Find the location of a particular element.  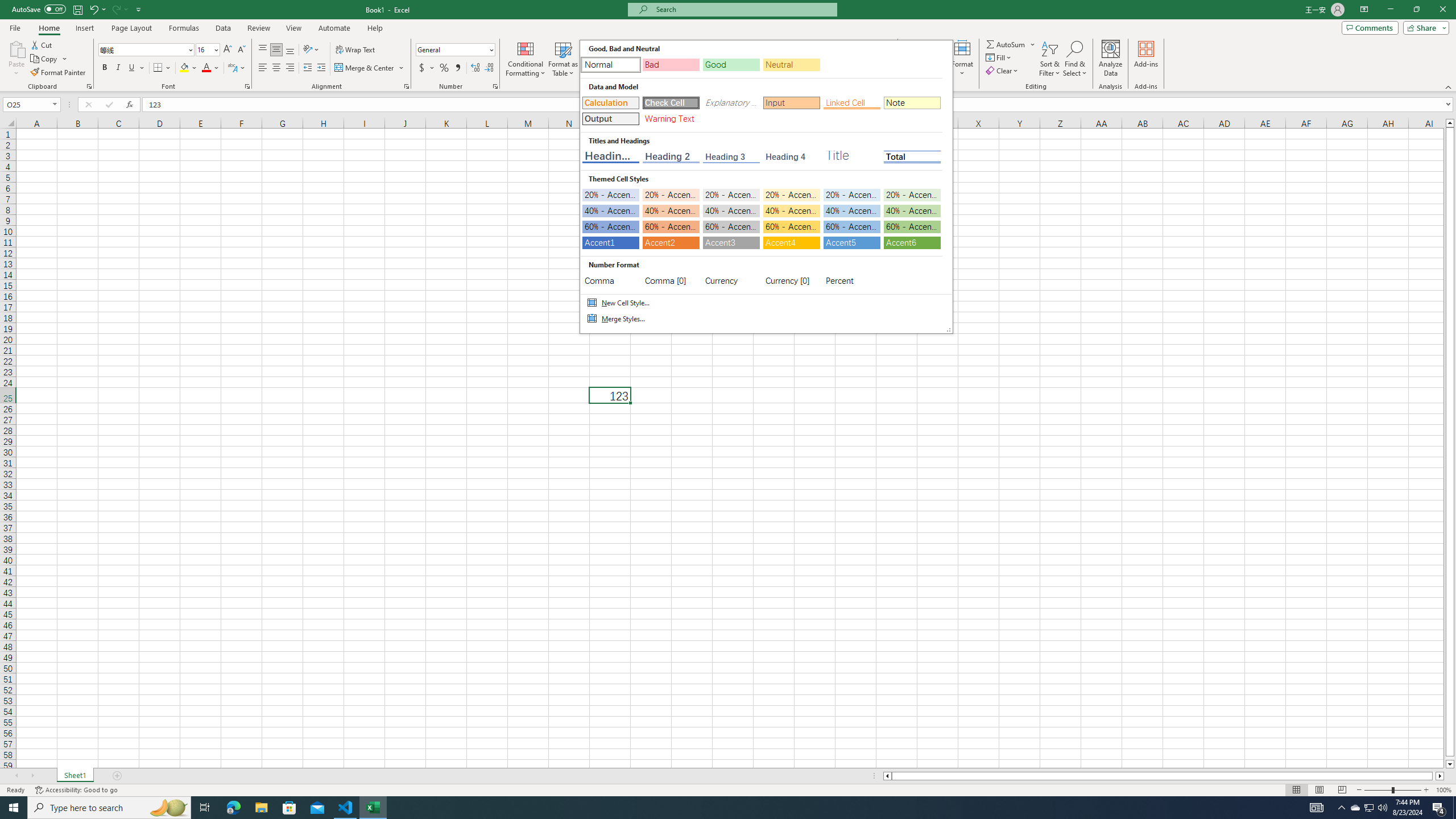

'Format Cell Font' is located at coordinates (247, 85).